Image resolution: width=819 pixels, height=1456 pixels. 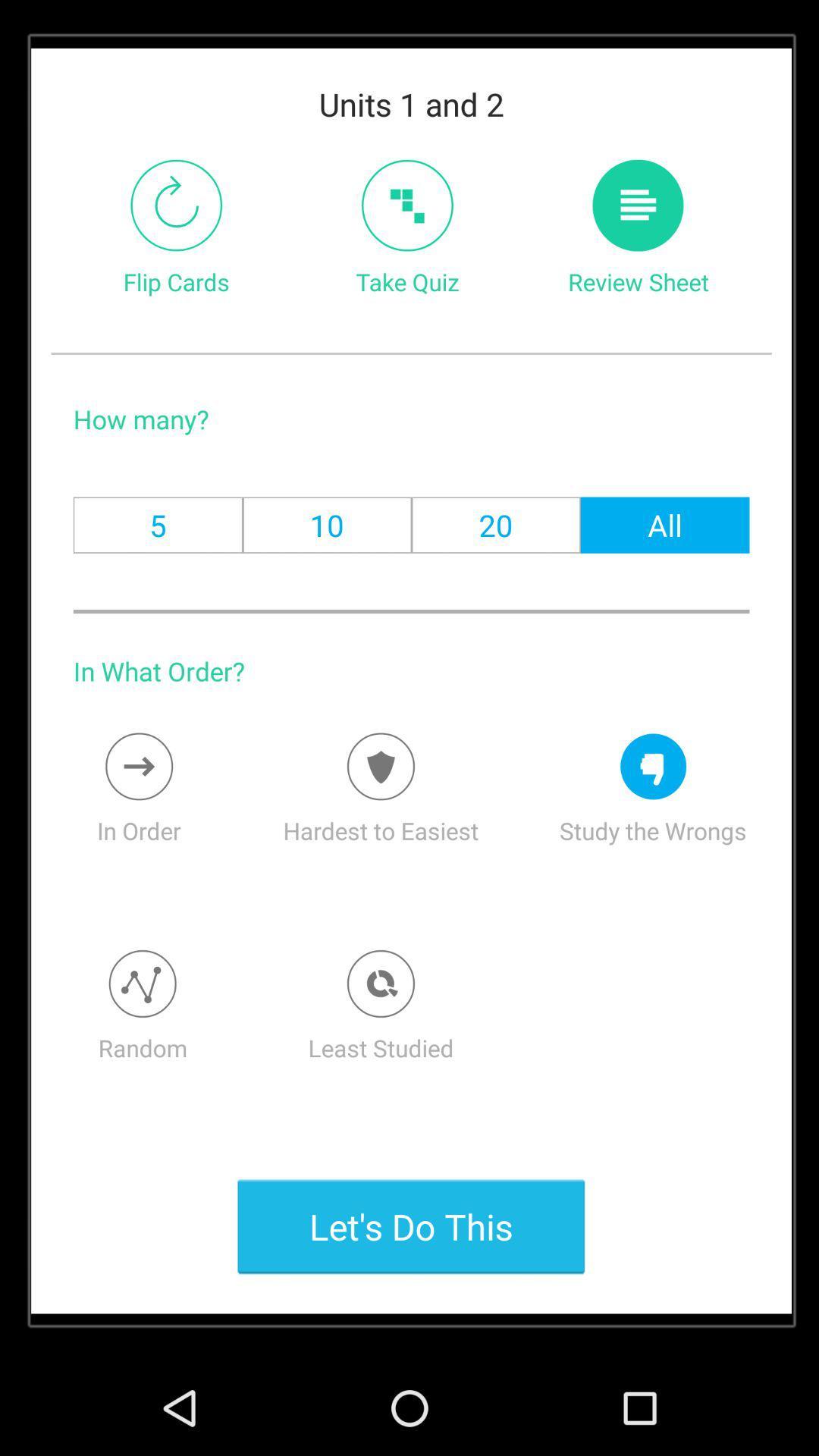 I want to click on begin with hardest test, so click(x=380, y=767).